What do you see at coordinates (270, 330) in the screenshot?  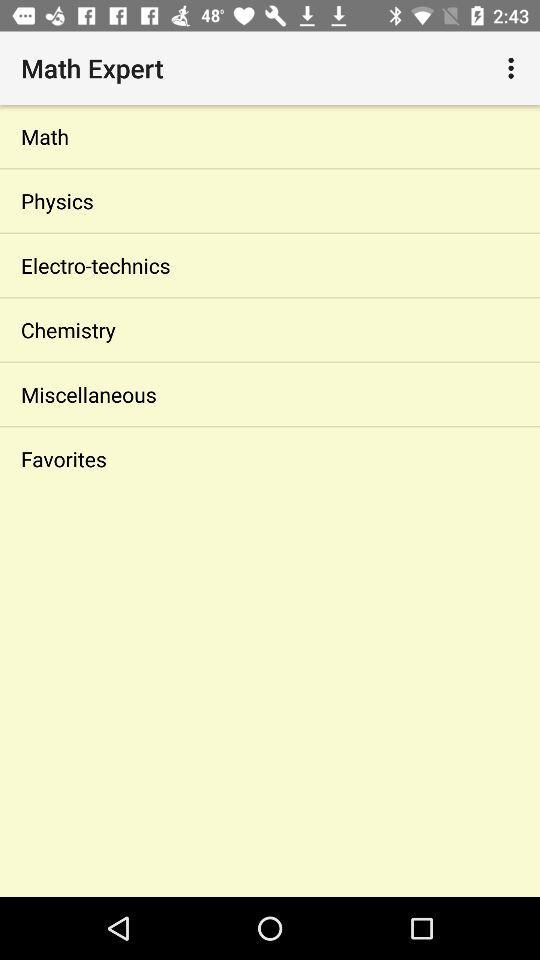 I see `icon below electro-technics item` at bounding box center [270, 330].